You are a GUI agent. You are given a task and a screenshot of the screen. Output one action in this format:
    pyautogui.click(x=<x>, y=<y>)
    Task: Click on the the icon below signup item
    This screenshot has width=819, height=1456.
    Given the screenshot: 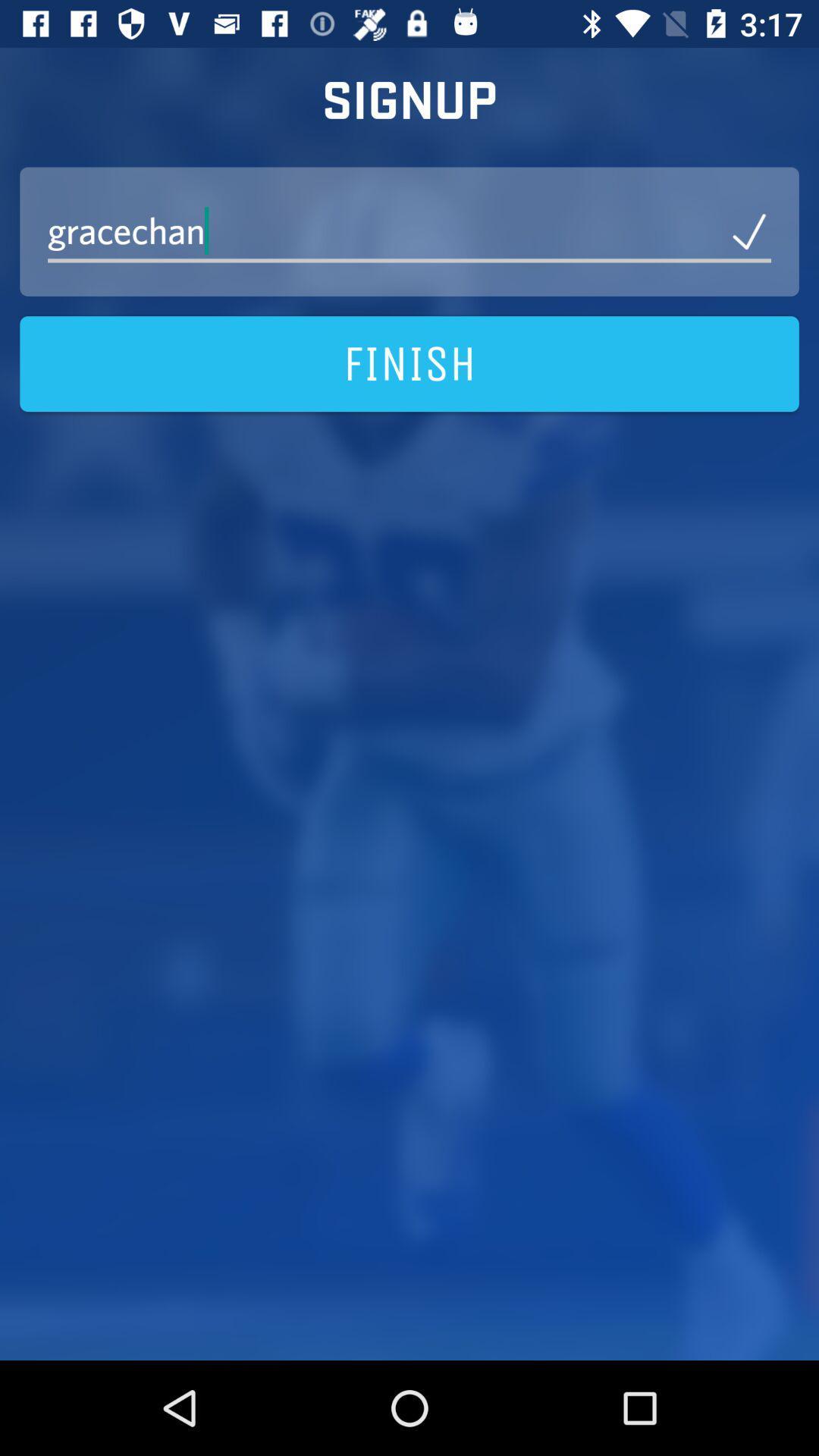 What is the action you would take?
    pyautogui.click(x=409, y=231)
    